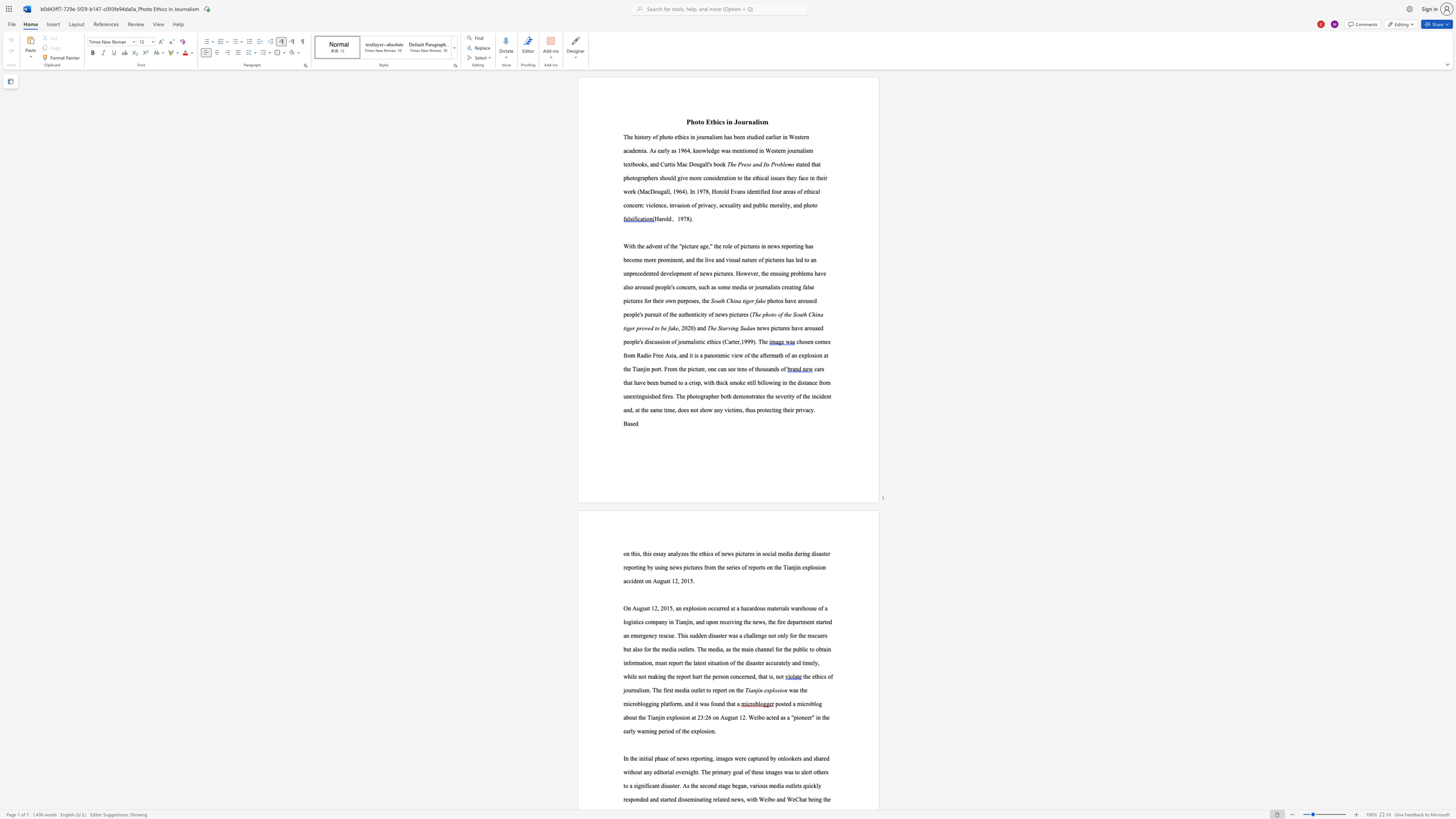 Image resolution: width=1456 pixels, height=819 pixels. I want to click on the 1th character ")" in the text, so click(694, 328).